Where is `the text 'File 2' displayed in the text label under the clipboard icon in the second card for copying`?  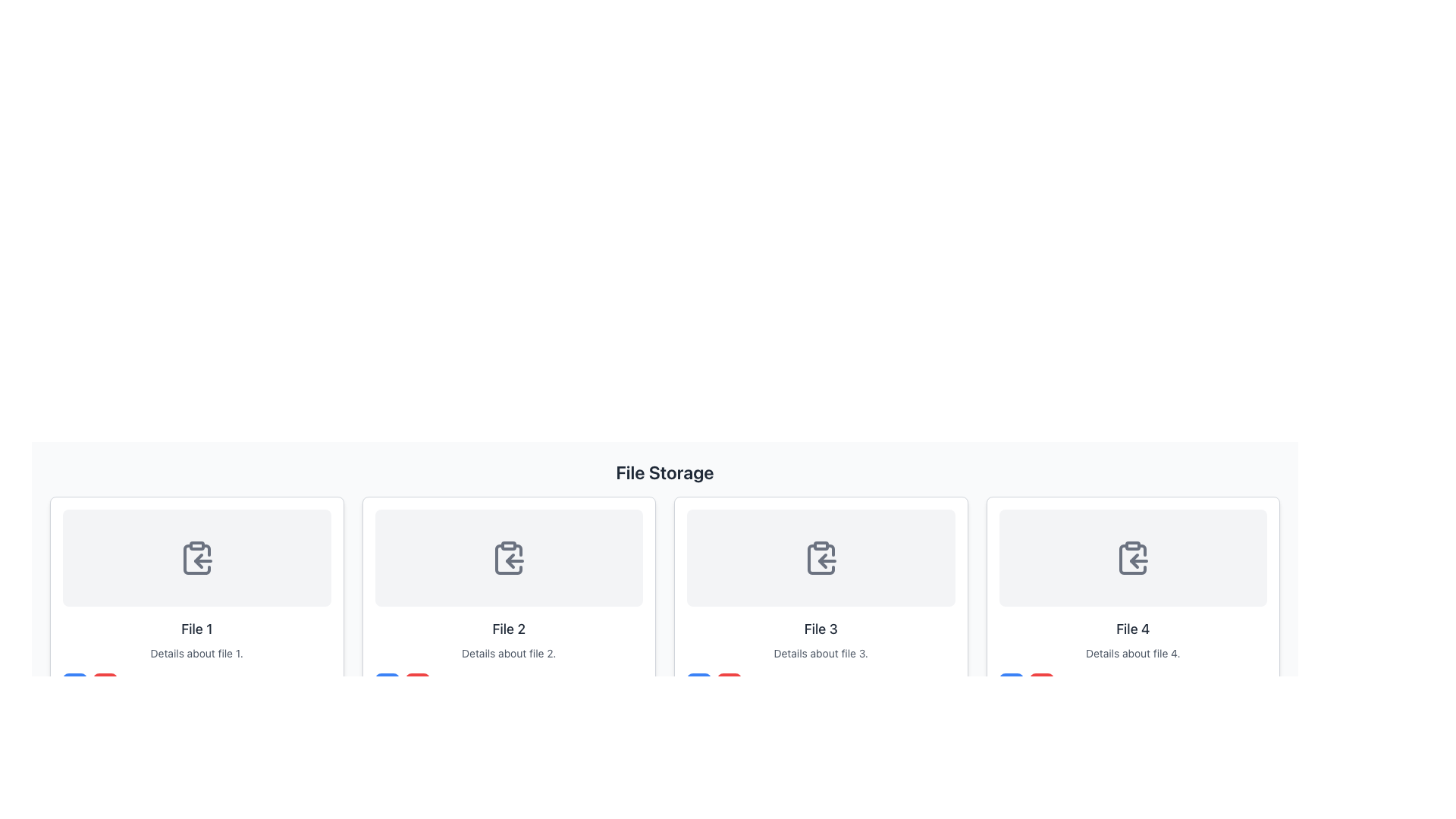 the text 'File 2' displayed in the text label under the clipboard icon in the second card for copying is located at coordinates (509, 629).